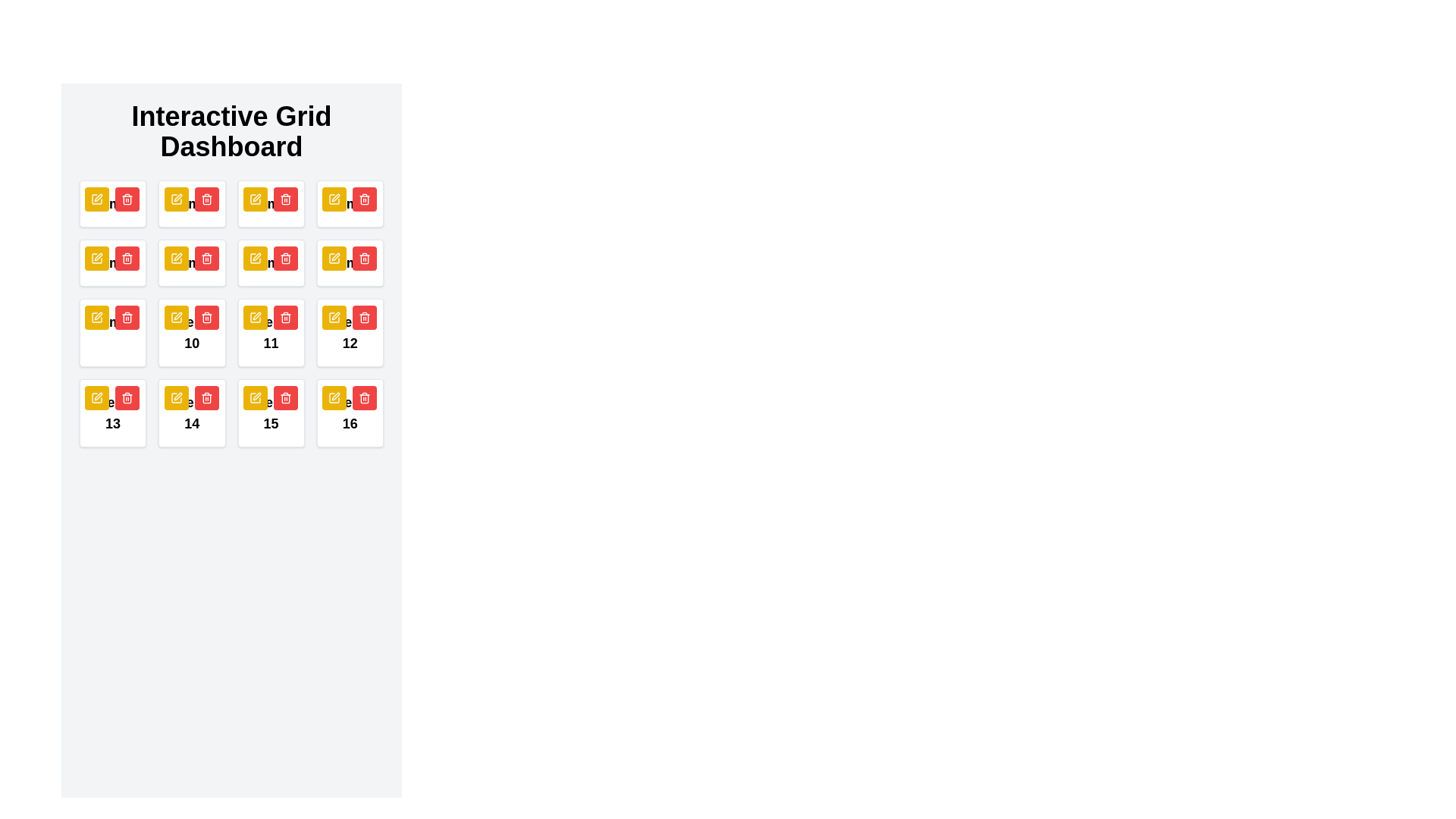 This screenshot has width=1456, height=819. I want to click on the yellow button on the item card labeled 'Item 12' located in the fourth column of the third row of the grid, so click(349, 332).